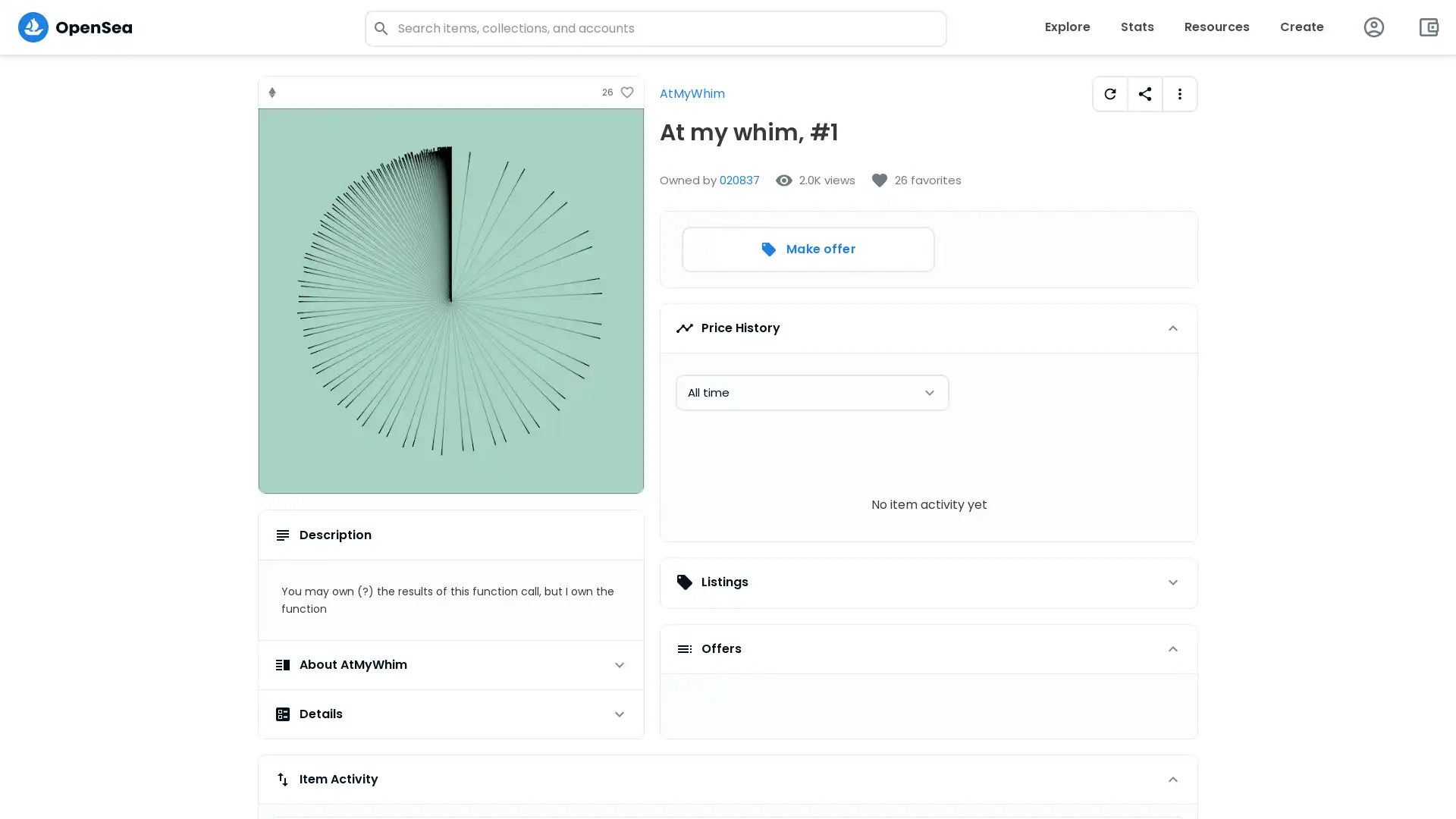 The width and height of the screenshot is (1456, 819). What do you see at coordinates (272, 92) in the screenshot?
I see `Ethereum logo` at bounding box center [272, 92].